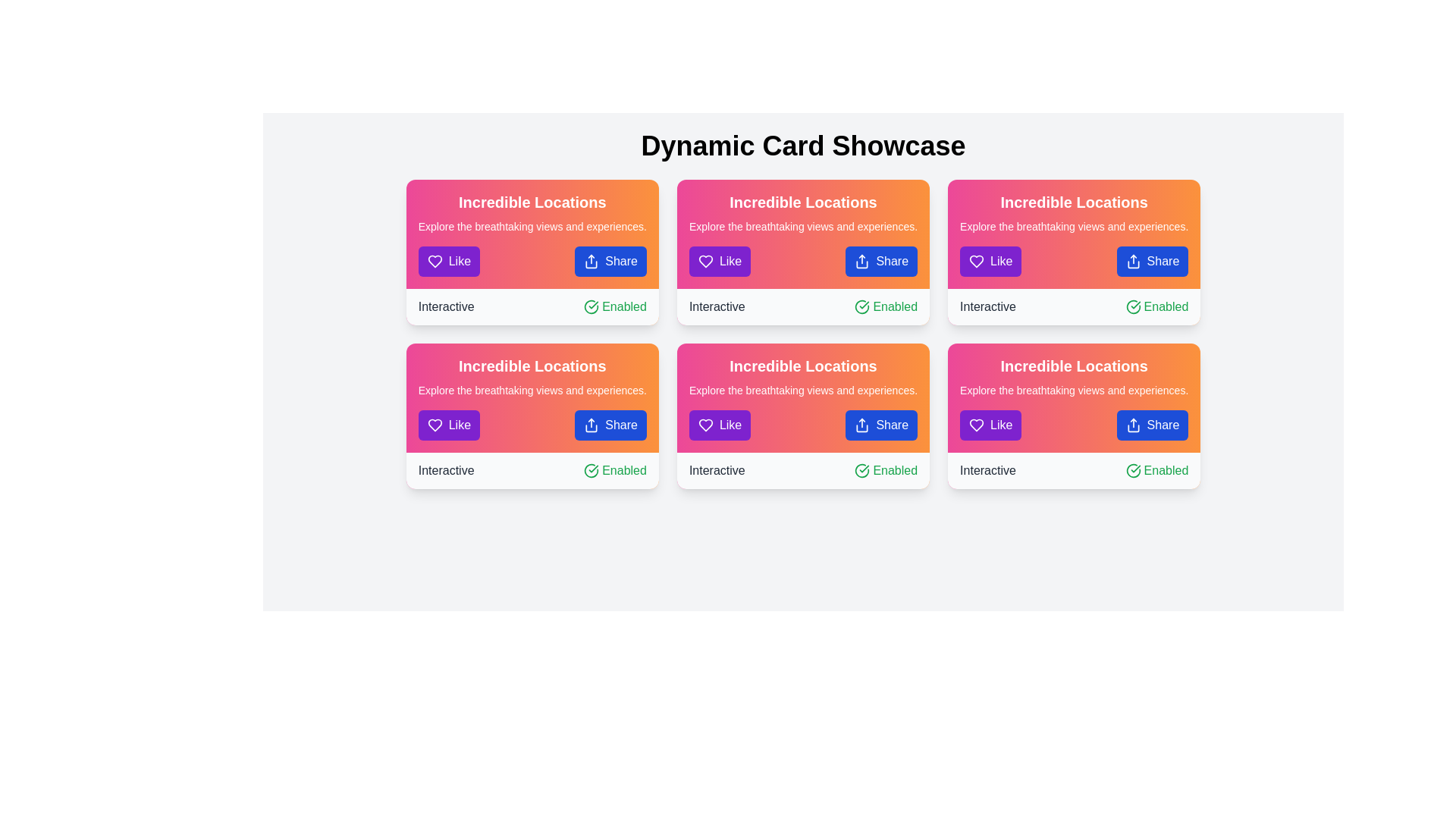 The height and width of the screenshot is (819, 1456). Describe the element at coordinates (434, 260) in the screenshot. I see `the purple heart SVG icon located within the 'Like' button on the card, which has a purple background and white text` at that location.